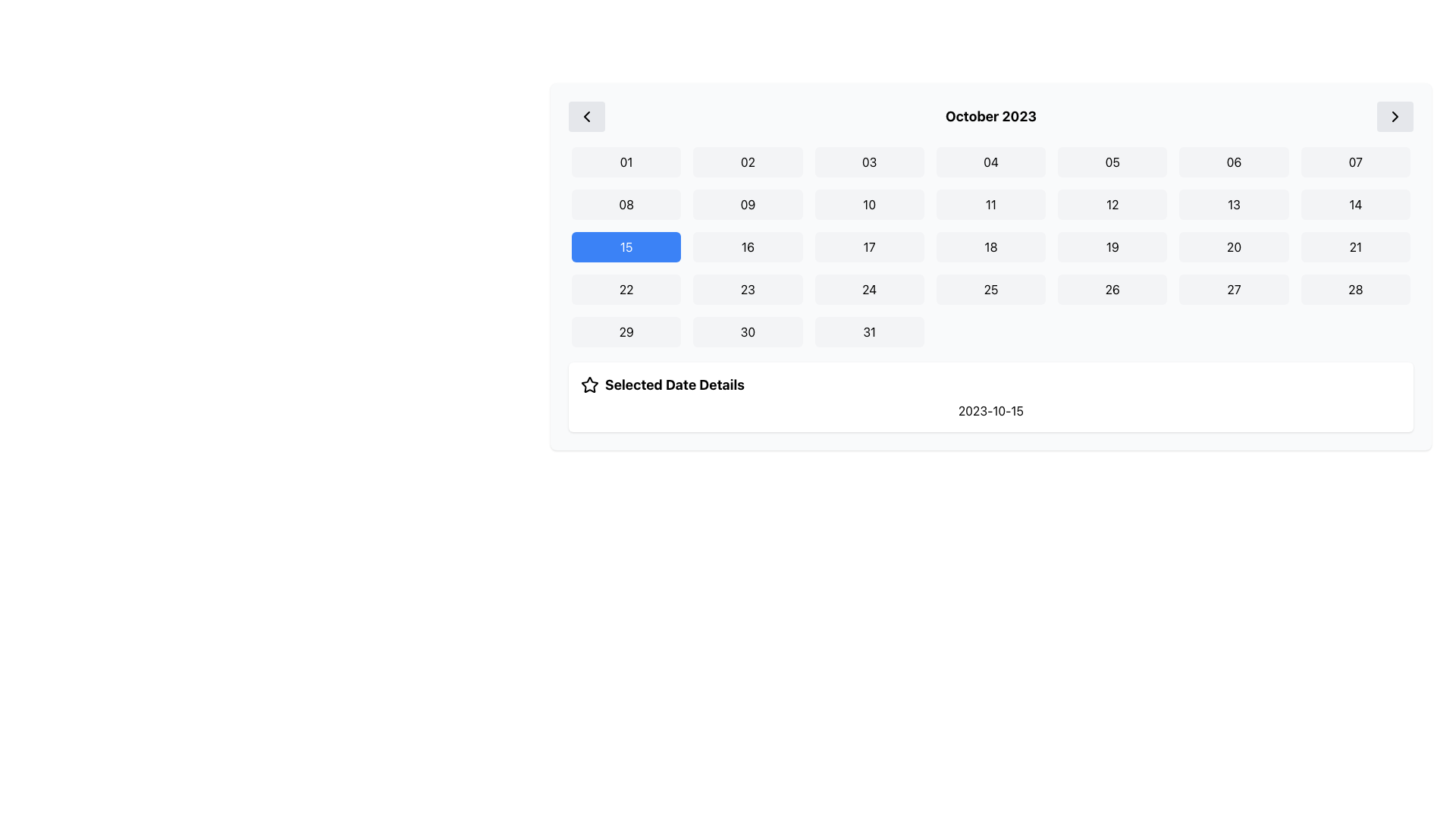 This screenshot has width=1456, height=819. What do you see at coordinates (585, 116) in the screenshot?
I see `the black left-pointing arrow icon located in the top-left section of the calendar interface` at bounding box center [585, 116].